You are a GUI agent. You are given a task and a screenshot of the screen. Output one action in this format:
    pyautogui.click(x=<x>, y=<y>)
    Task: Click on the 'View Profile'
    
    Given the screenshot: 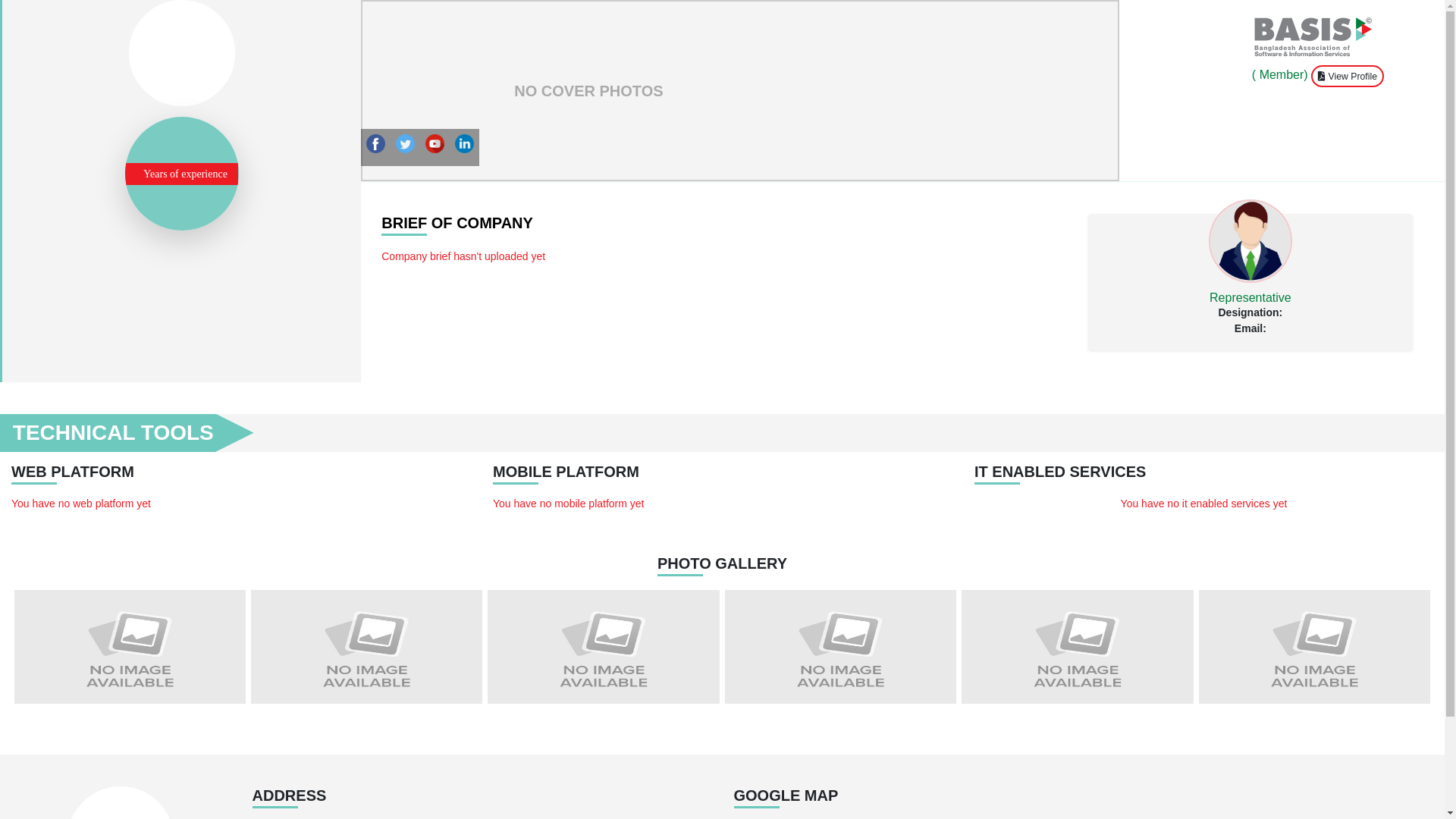 What is the action you would take?
    pyautogui.click(x=1347, y=76)
    